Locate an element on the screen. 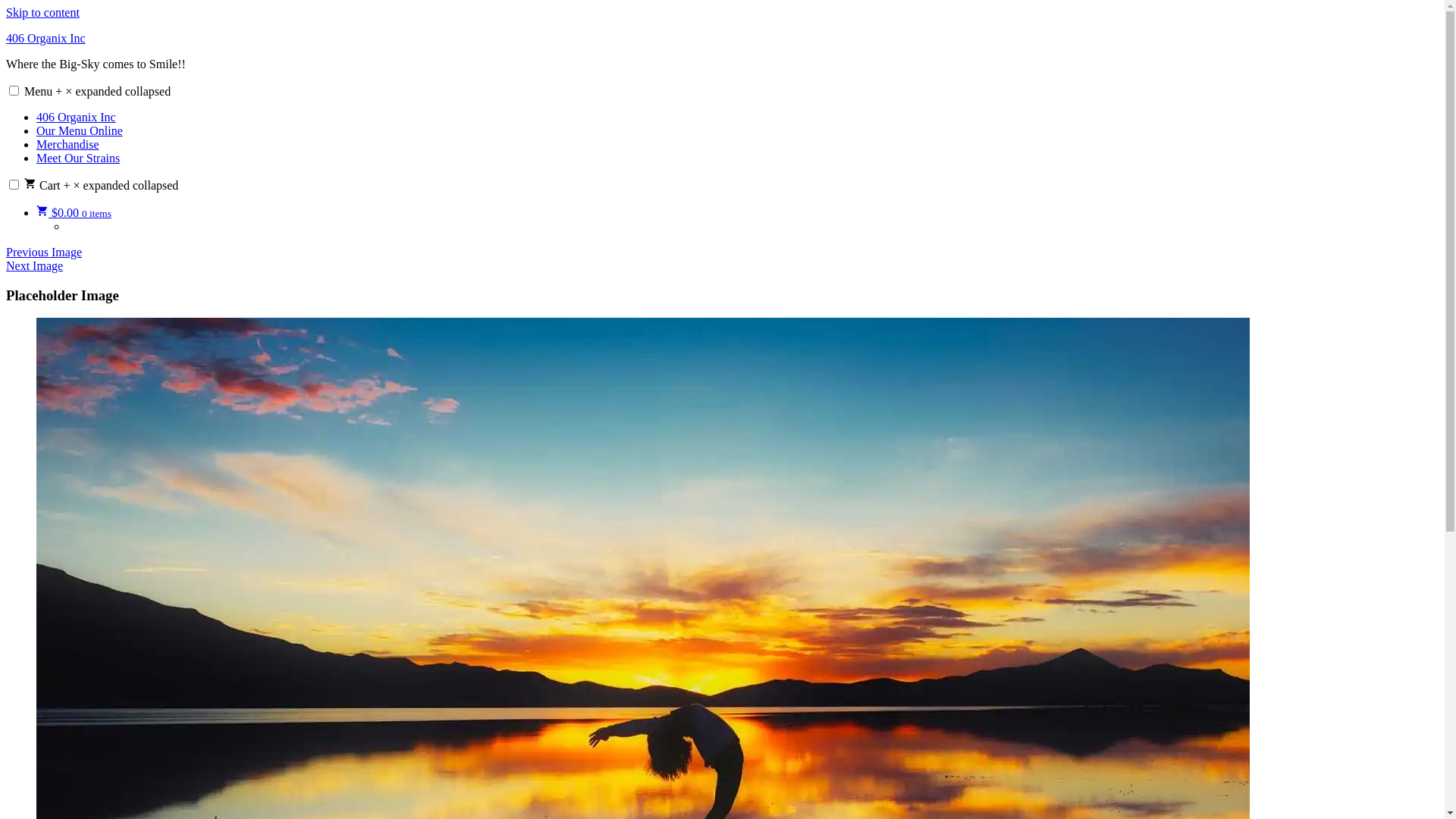 This screenshot has width=1456, height=819. 'Our Menu Online' is located at coordinates (79, 130).